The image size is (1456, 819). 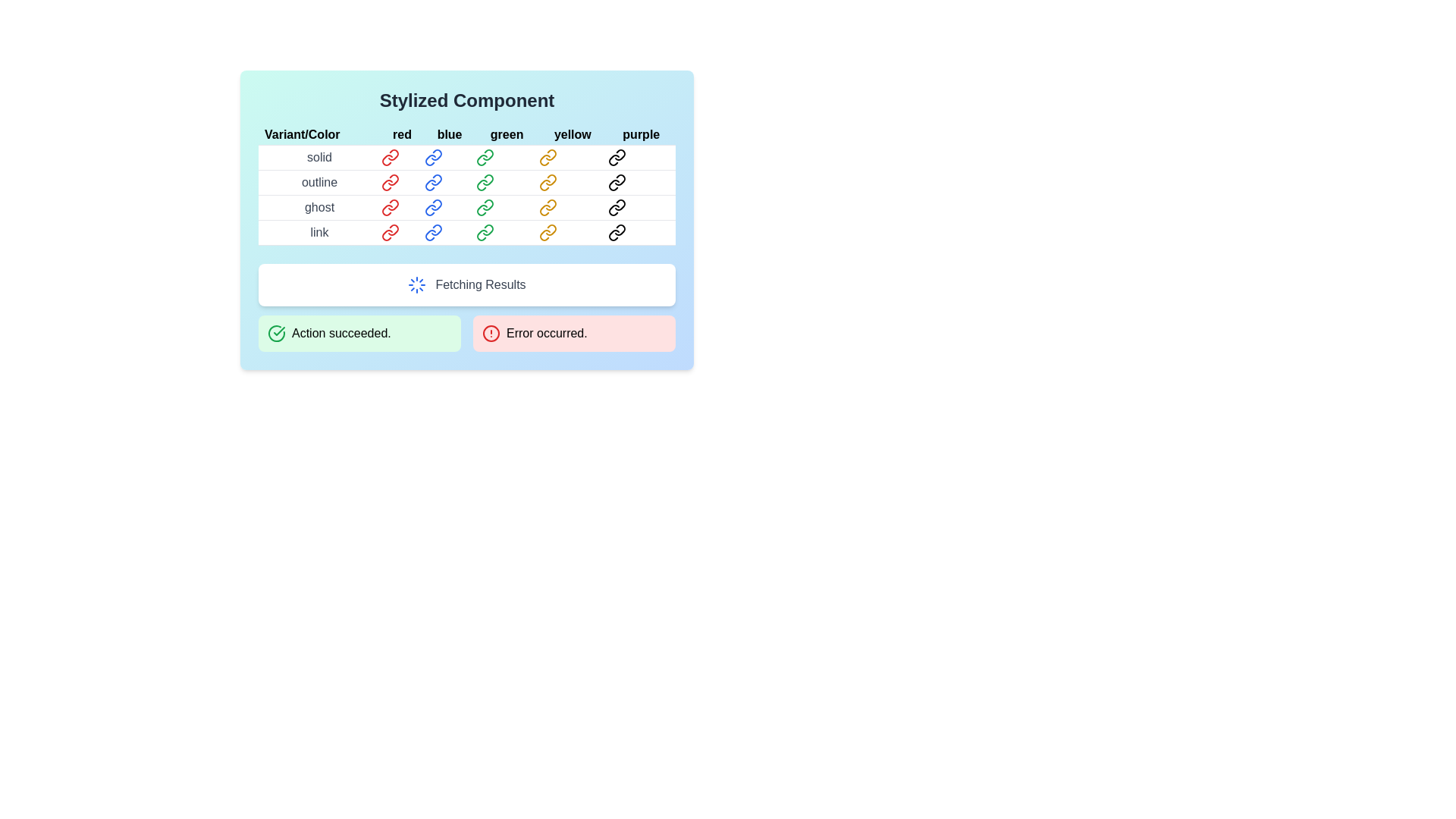 I want to click on the red link icon in the first row under the 'red' column of the 'Styled Component' table, so click(x=402, y=158).